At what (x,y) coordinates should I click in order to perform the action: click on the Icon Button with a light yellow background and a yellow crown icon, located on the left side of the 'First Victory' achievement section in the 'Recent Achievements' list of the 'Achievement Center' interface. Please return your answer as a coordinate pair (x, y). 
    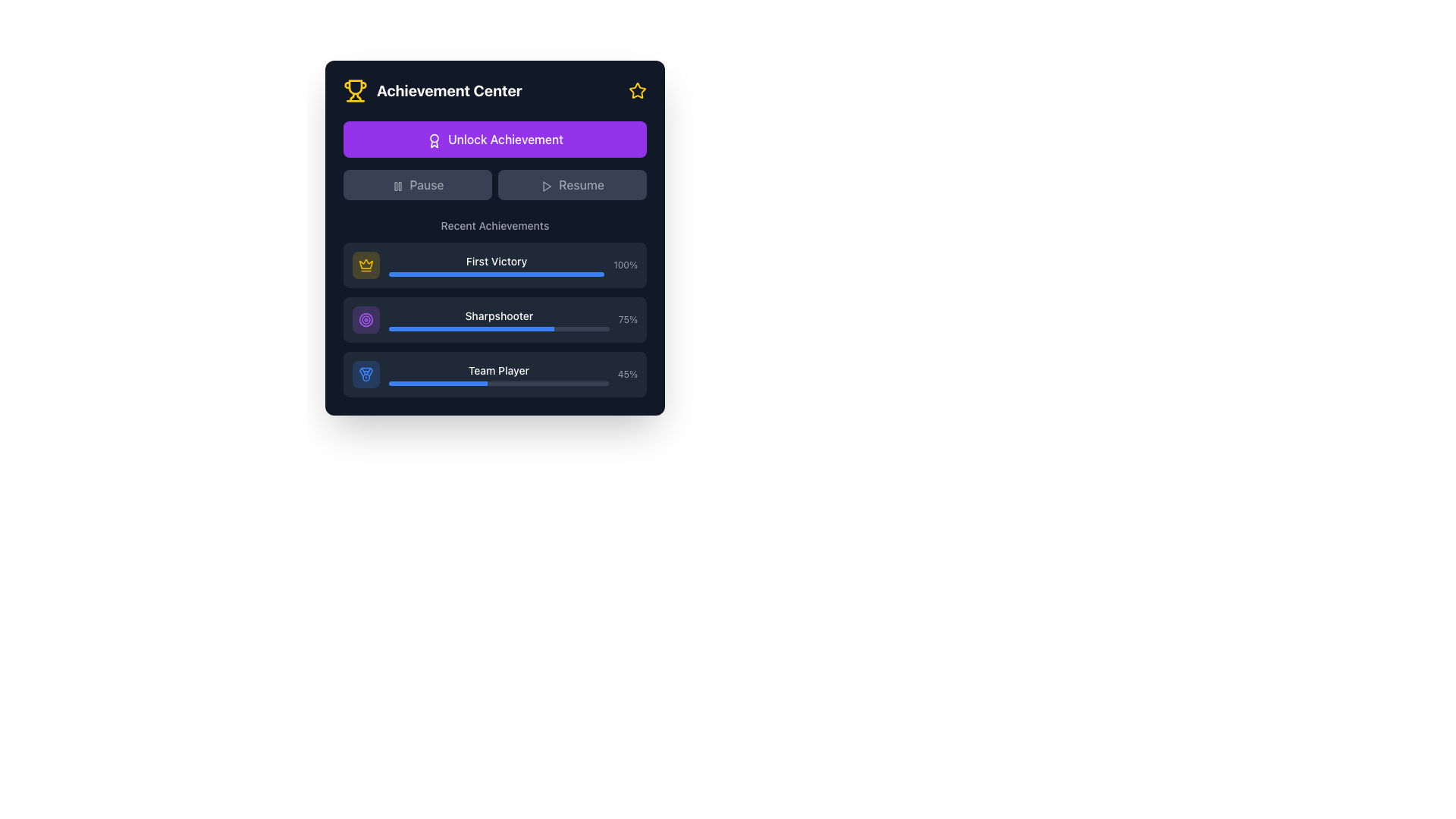
    Looking at the image, I should click on (366, 265).